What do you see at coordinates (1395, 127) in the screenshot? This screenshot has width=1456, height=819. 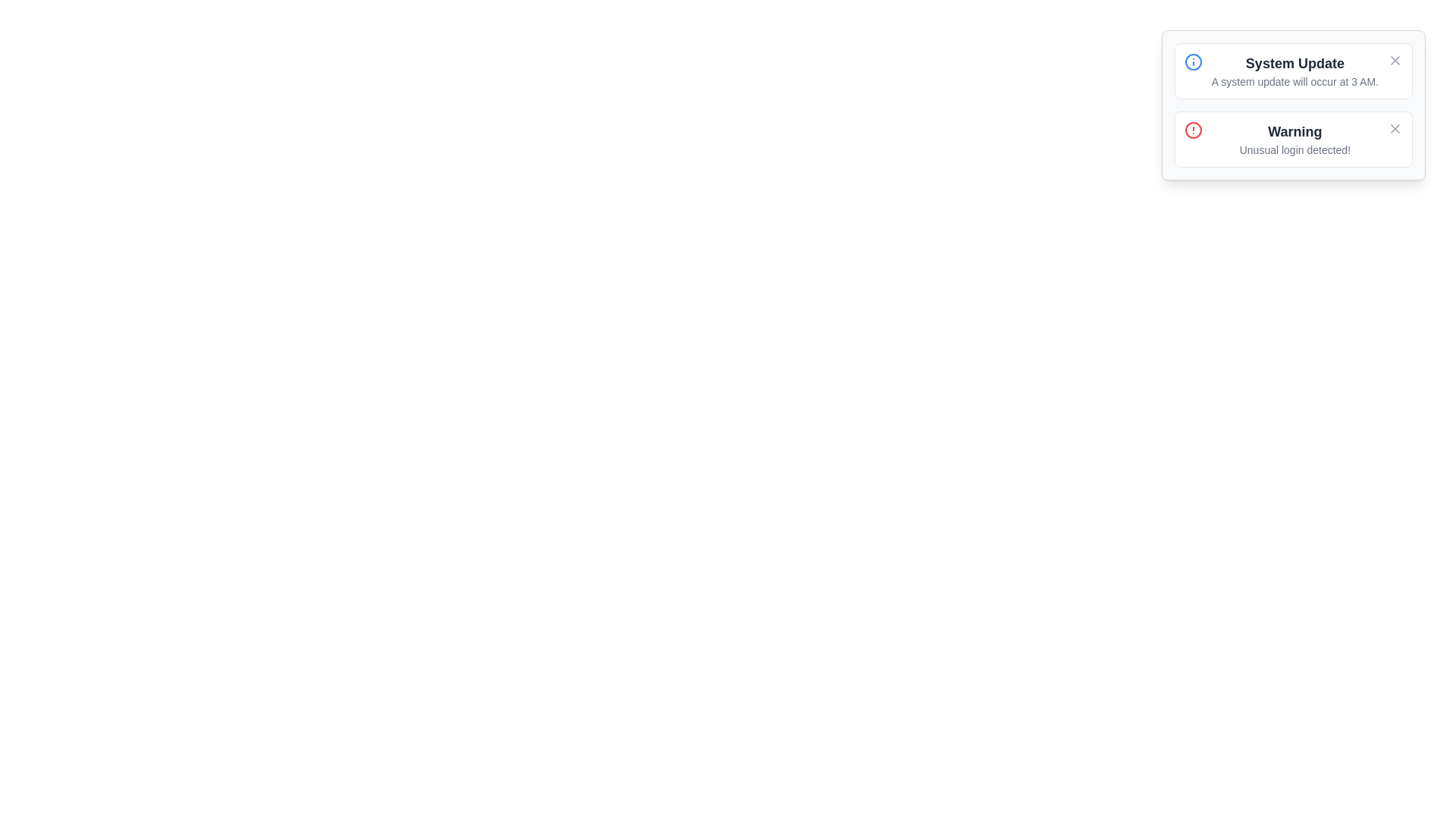 I see `the Close button icon resembling a cross in the top-right corner of the Warning message card` at bounding box center [1395, 127].